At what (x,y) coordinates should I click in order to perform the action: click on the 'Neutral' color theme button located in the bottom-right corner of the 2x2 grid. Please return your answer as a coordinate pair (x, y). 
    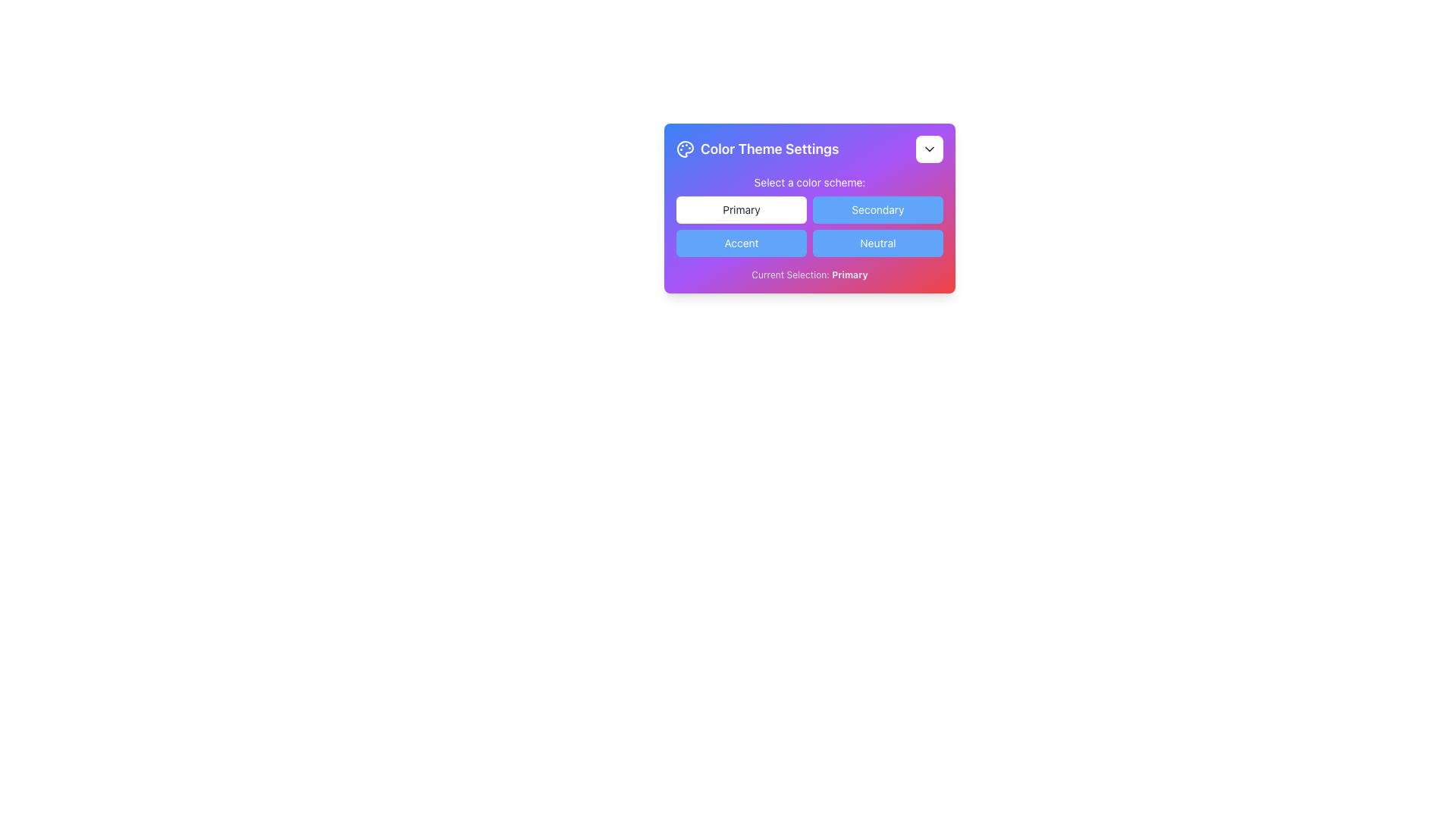
    Looking at the image, I should click on (877, 242).